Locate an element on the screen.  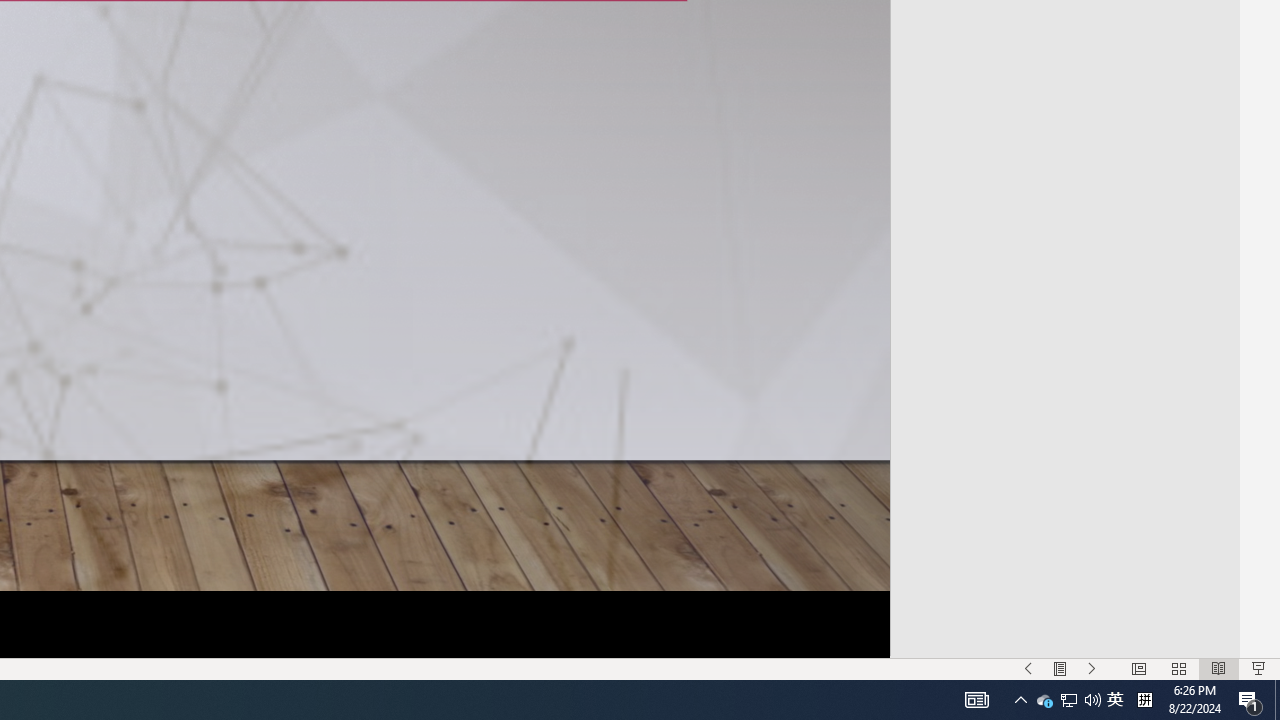
'Menu On' is located at coordinates (1059, 669).